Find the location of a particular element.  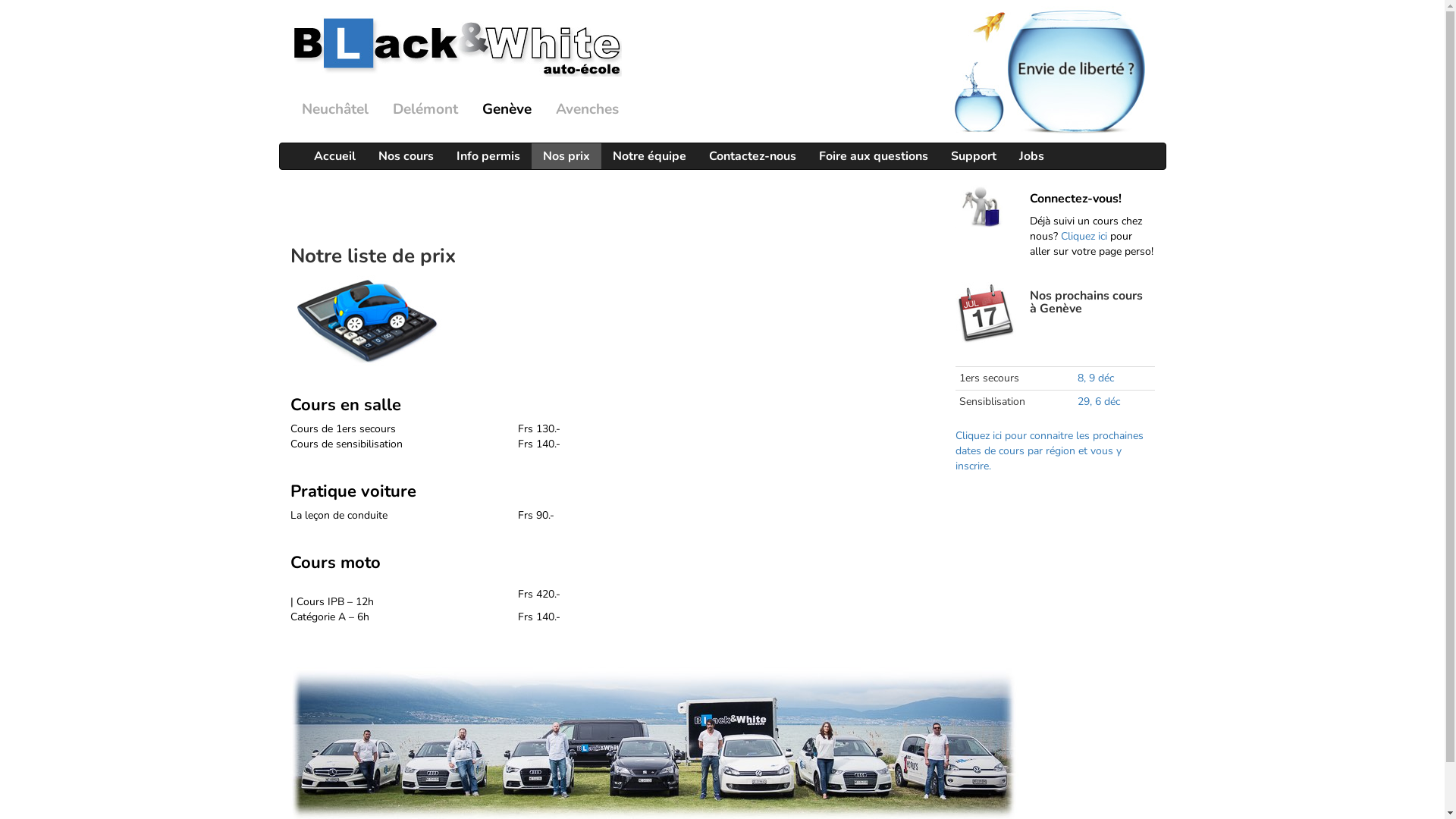

'Contactez-nous' is located at coordinates (752, 155).